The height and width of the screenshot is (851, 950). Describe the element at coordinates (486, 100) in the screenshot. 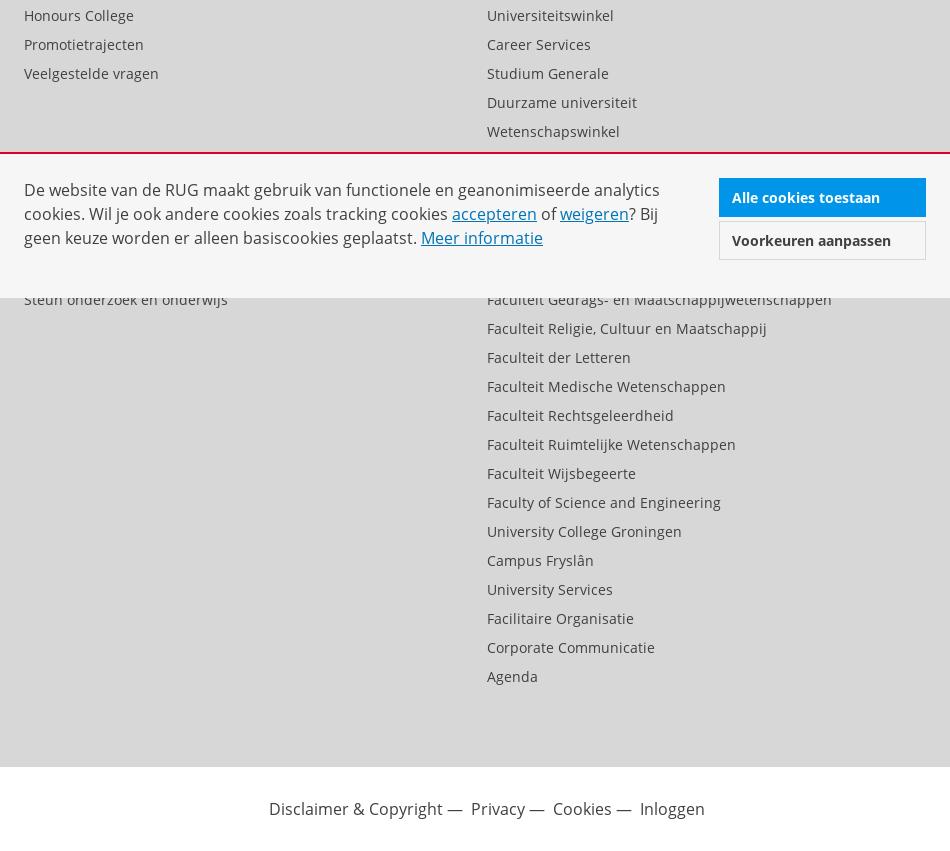

I see `'Duurzame universiteit'` at that location.